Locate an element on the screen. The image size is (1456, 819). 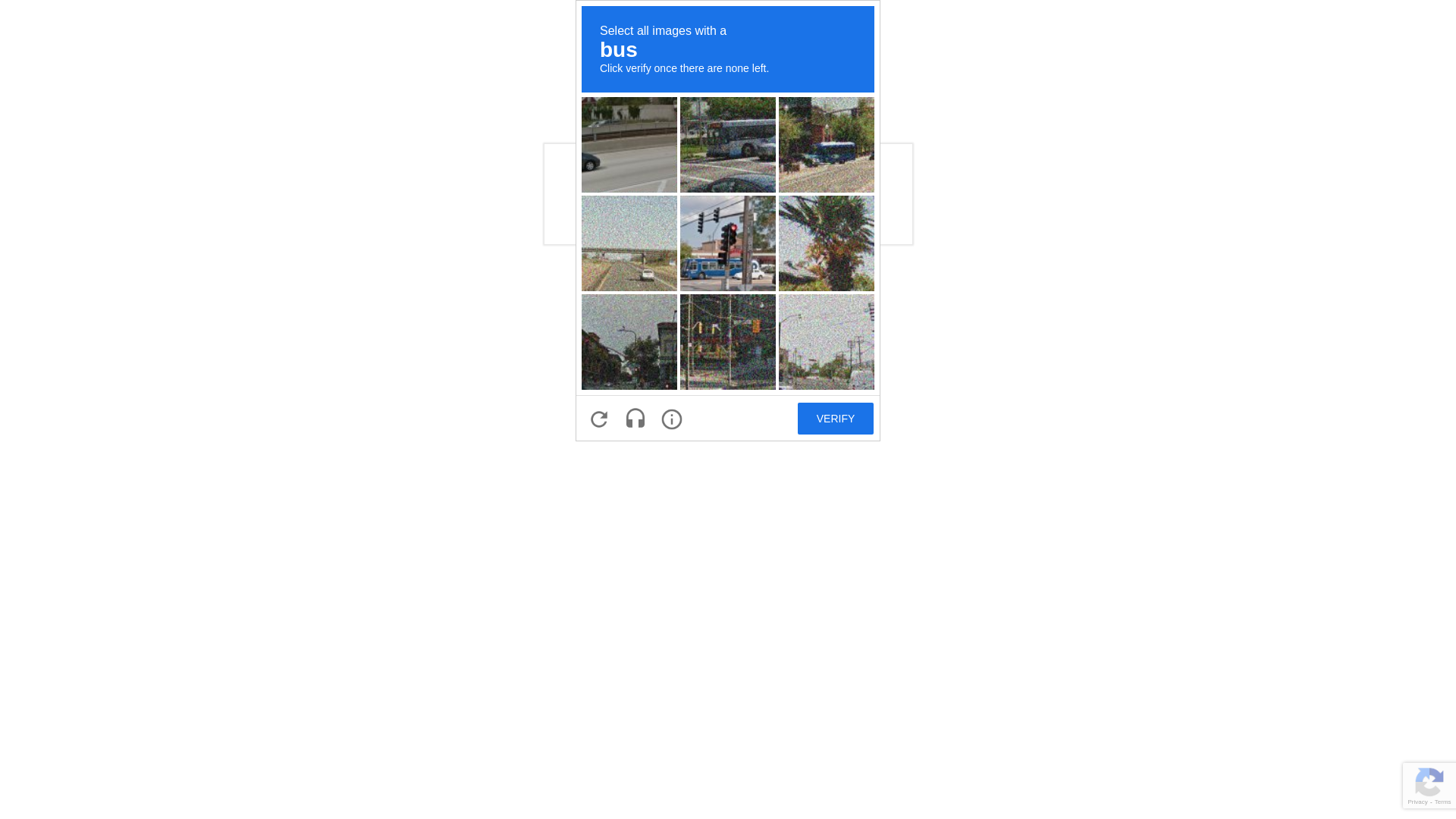
'recaptcha challenge expires in two minutes' is located at coordinates (728, 220).